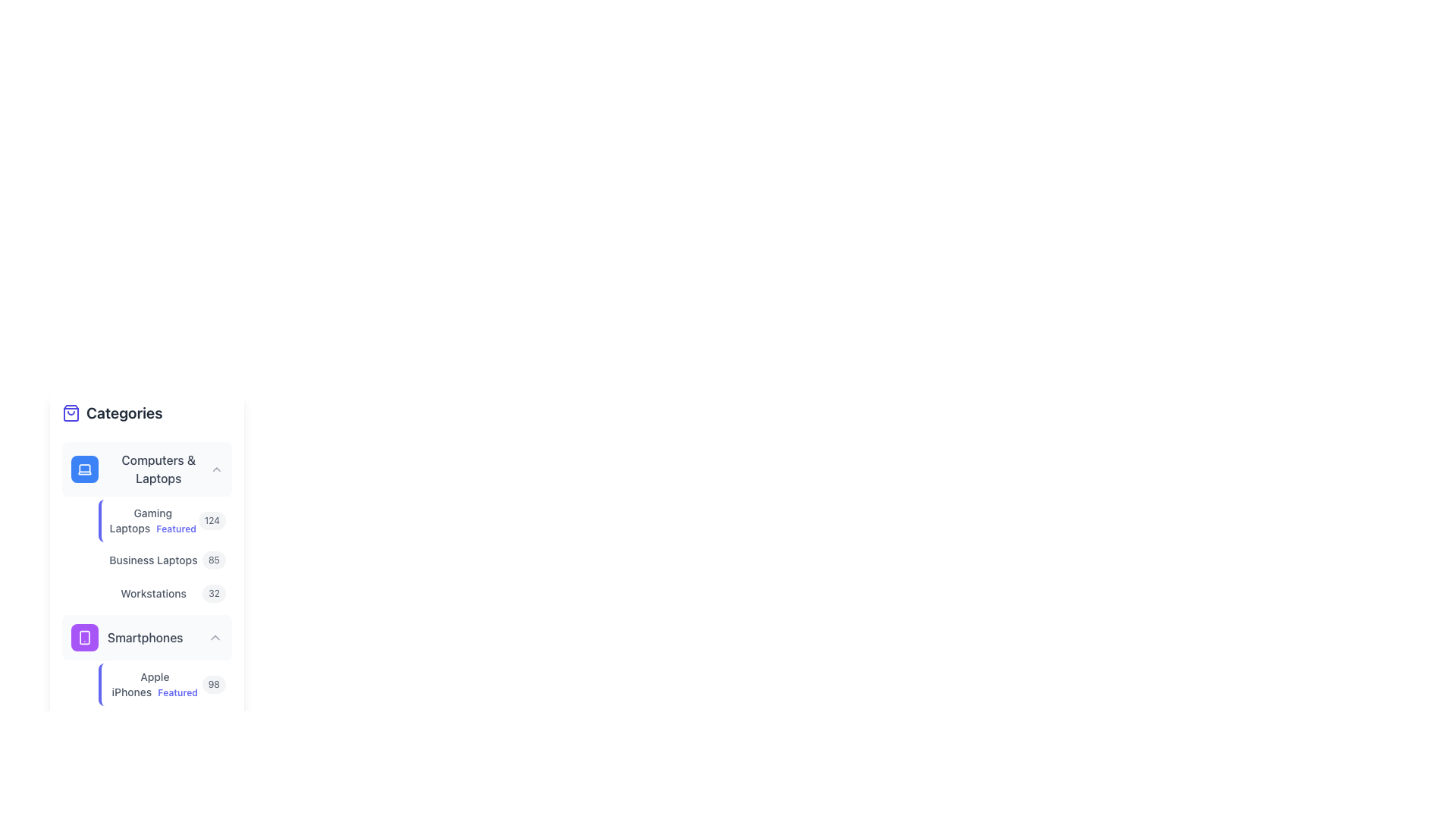 The height and width of the screenshot is (819, 1456). Describe the element at coordinates (146, 693) in the screenshot. I see `the nested list item labeled 'Apple iPhones' with a highlighted numeric indicator '98'` at that location.